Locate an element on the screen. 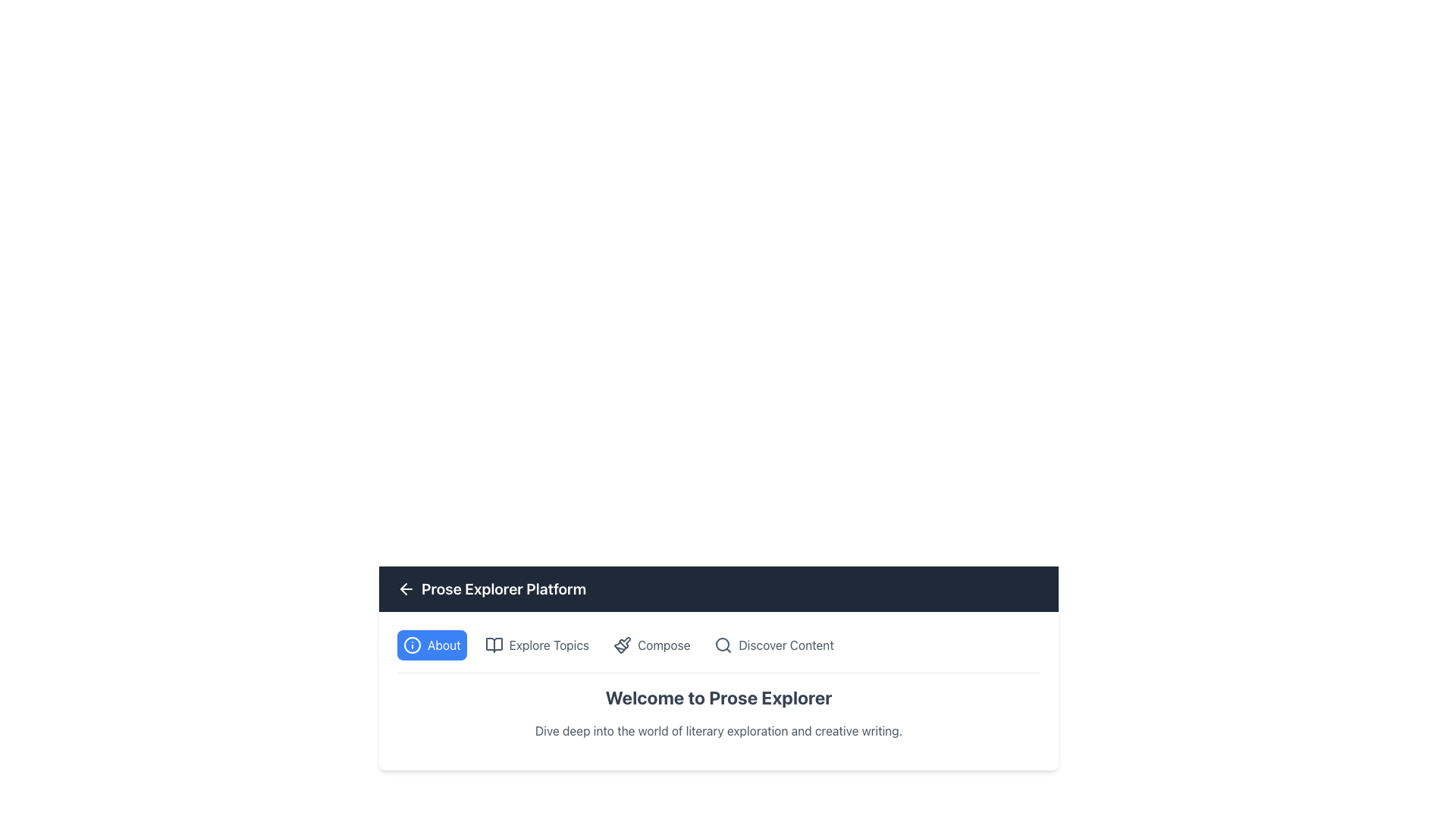  the static text label 'Prose Explorer Platform', which is displayed in a bold white font against a dark background, positioned to the right of a navigation arrow icon in a header-like section is located at coordinates (504, 588).